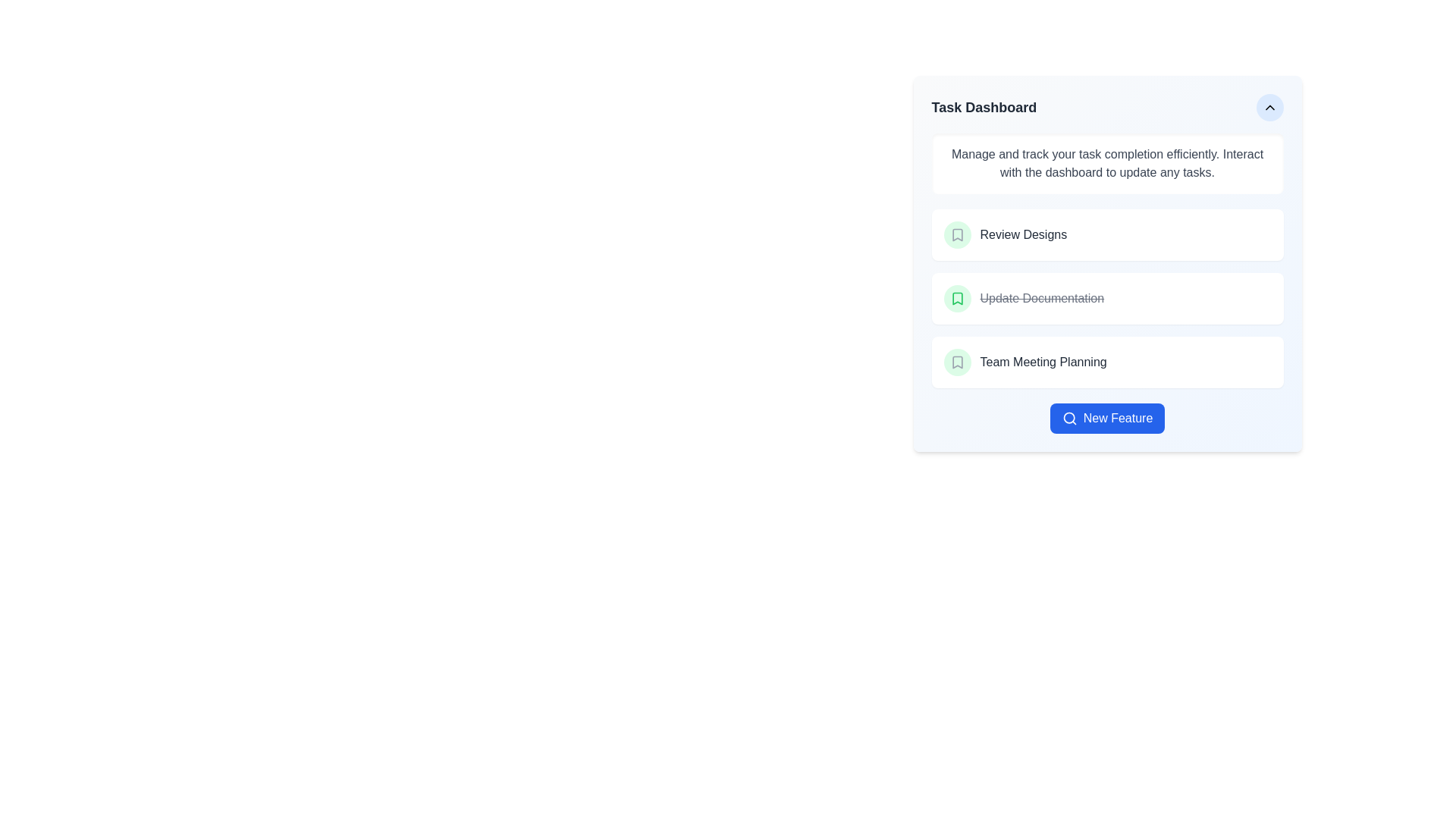 Image resolution: width=1456 pixels, height=819 pixels. I want to click on the green bookmark icon located to the left of the task title 'Update Documentation' in the second task card, so click(956, 298).